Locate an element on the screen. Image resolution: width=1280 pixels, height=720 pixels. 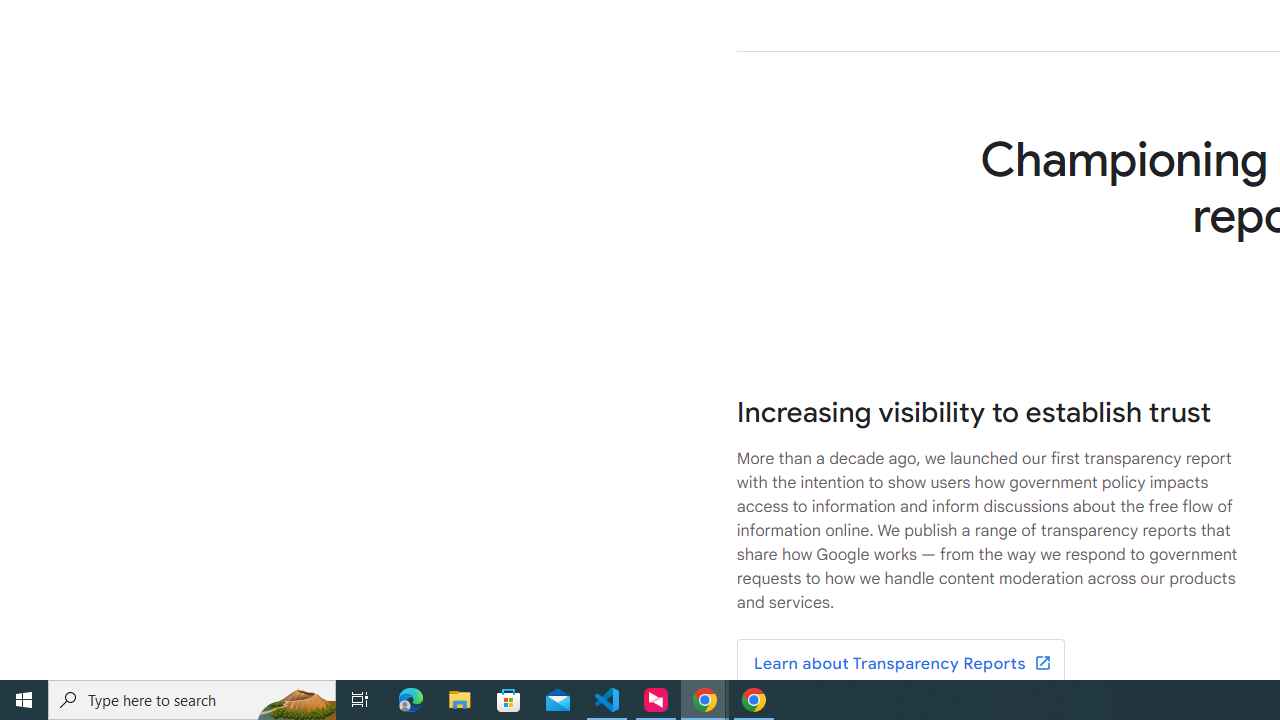
'Go to Transparency Report About web page' is located at coordinates (899, 664).